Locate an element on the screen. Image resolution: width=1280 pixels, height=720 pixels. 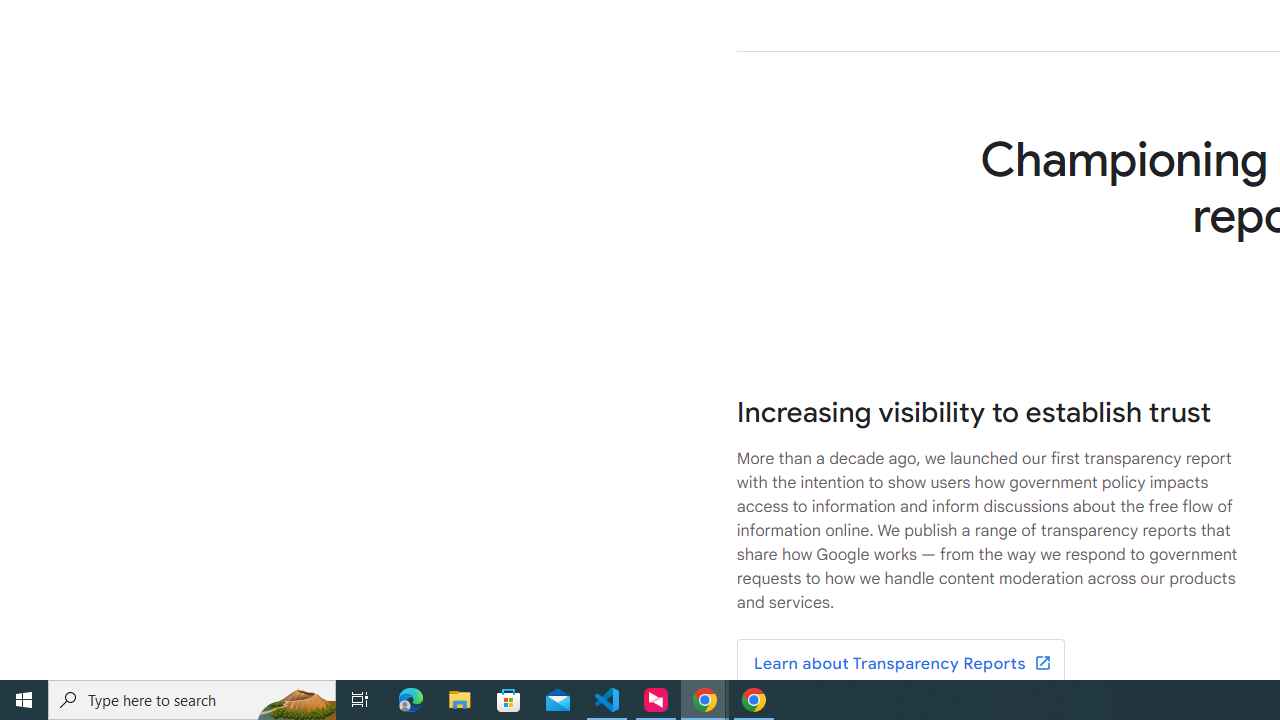
'Go to Transparency Report About web page' is located at coordinates (899, 664).